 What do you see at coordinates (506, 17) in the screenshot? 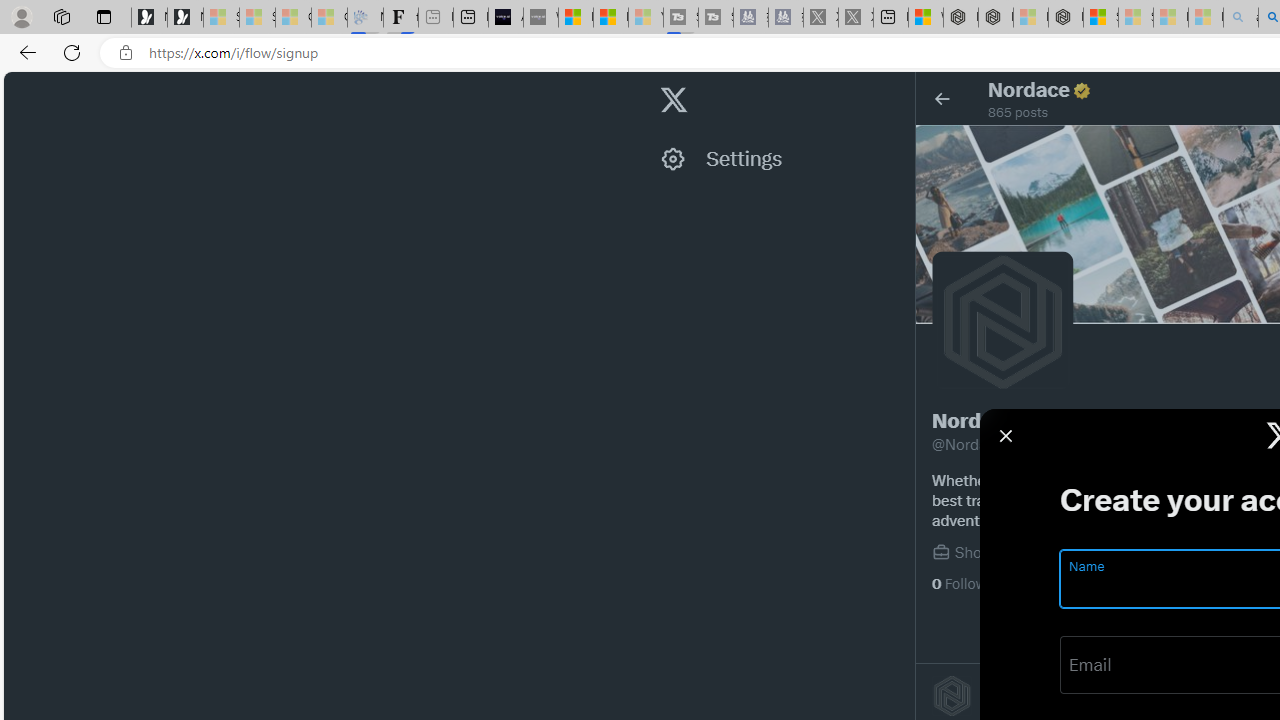
I see `'AI Voice Changer for PC and Mac - Voice.ai'` at bounding box center [506, 17].